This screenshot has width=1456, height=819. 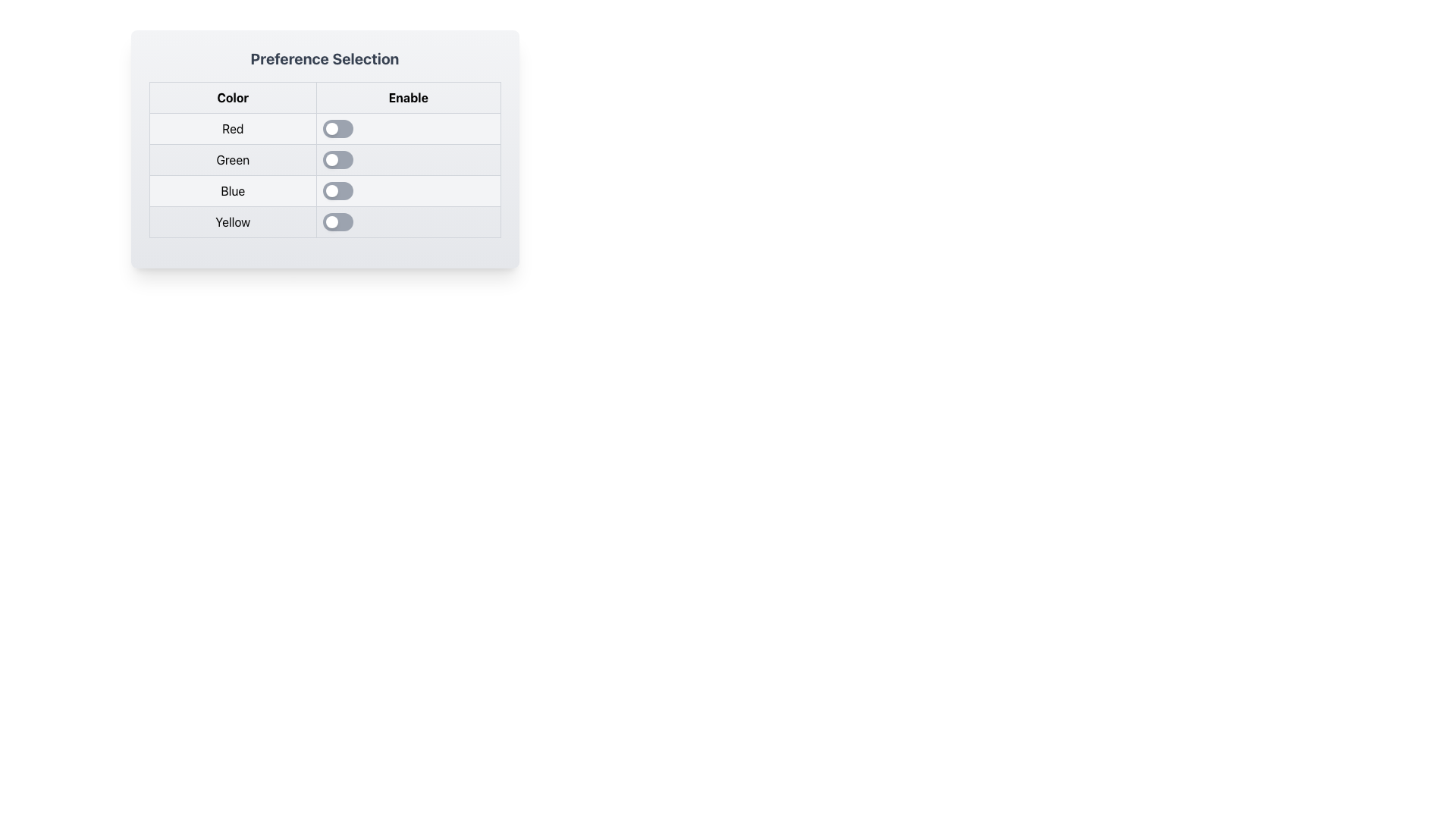 What do you see at coordinates (337, 190) in the screenshot?
I see `the white circular knob of the toggle switch located in the 'Blue' row under the 'Enable' column` at bounding box center [337, 190].